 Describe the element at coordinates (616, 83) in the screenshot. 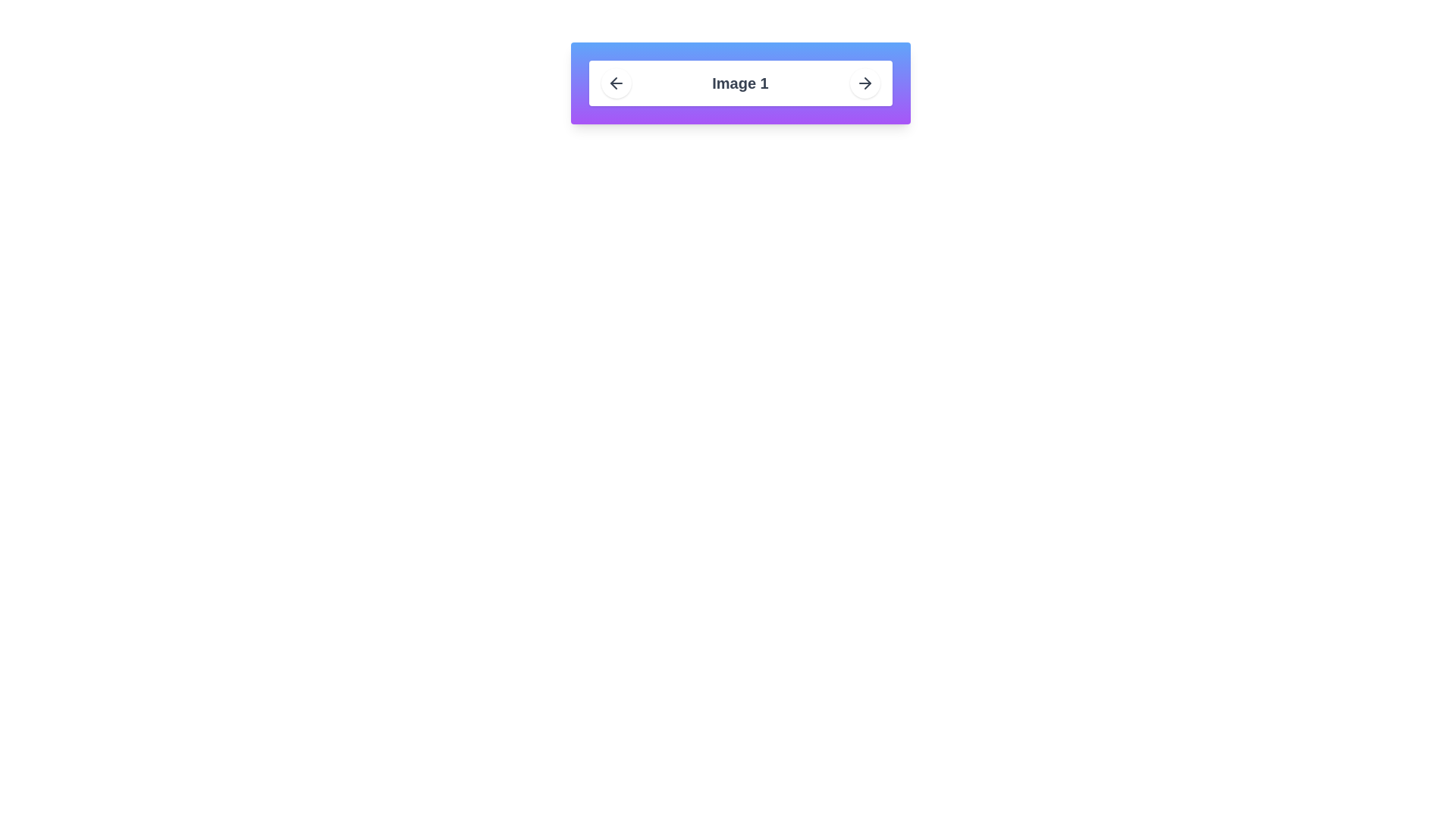

I see `the circular button with a leftward arrow symbol` at that location.